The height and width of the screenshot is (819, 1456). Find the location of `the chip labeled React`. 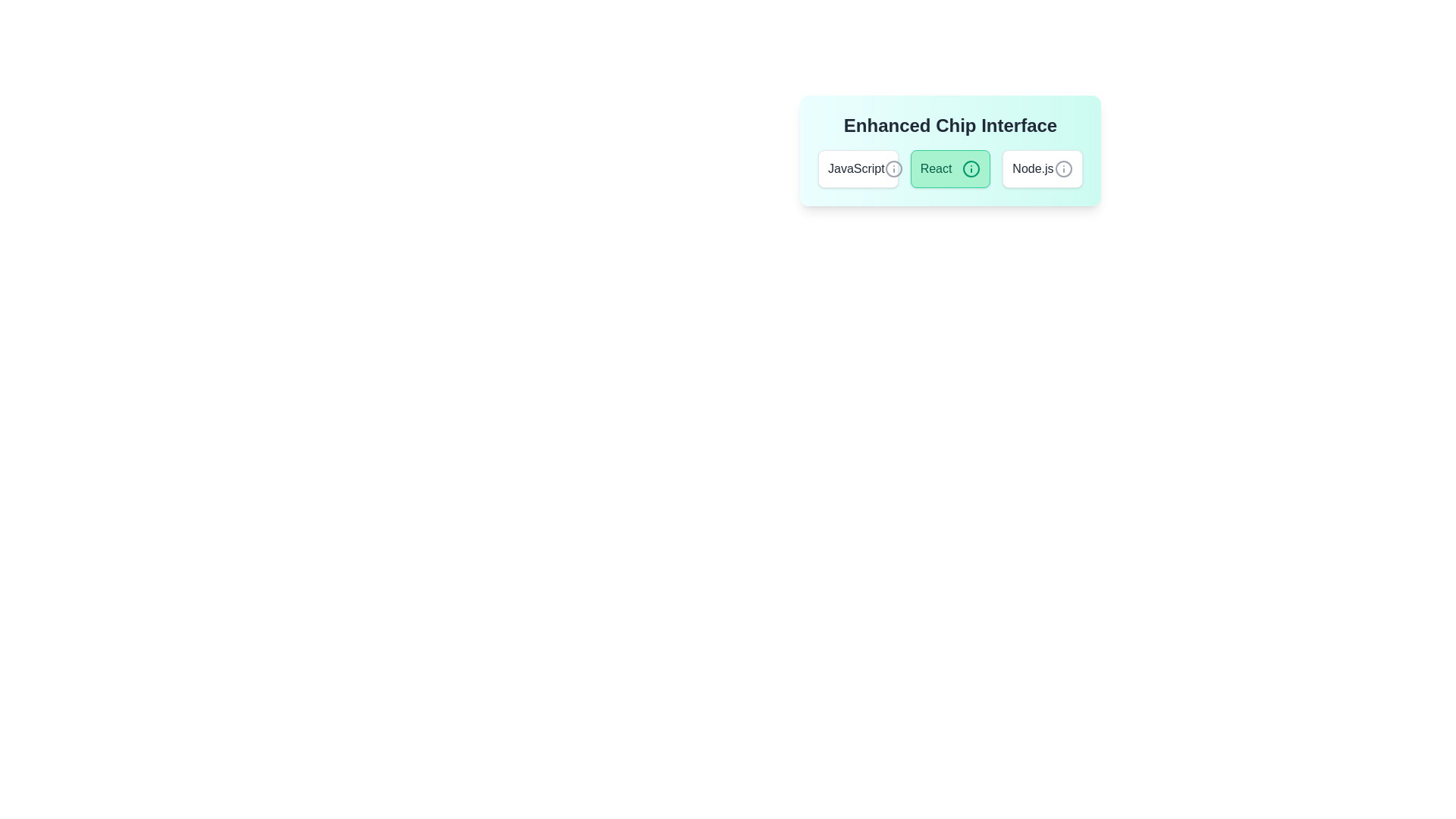

the chip labeled React is located at coordinates (949, 169).